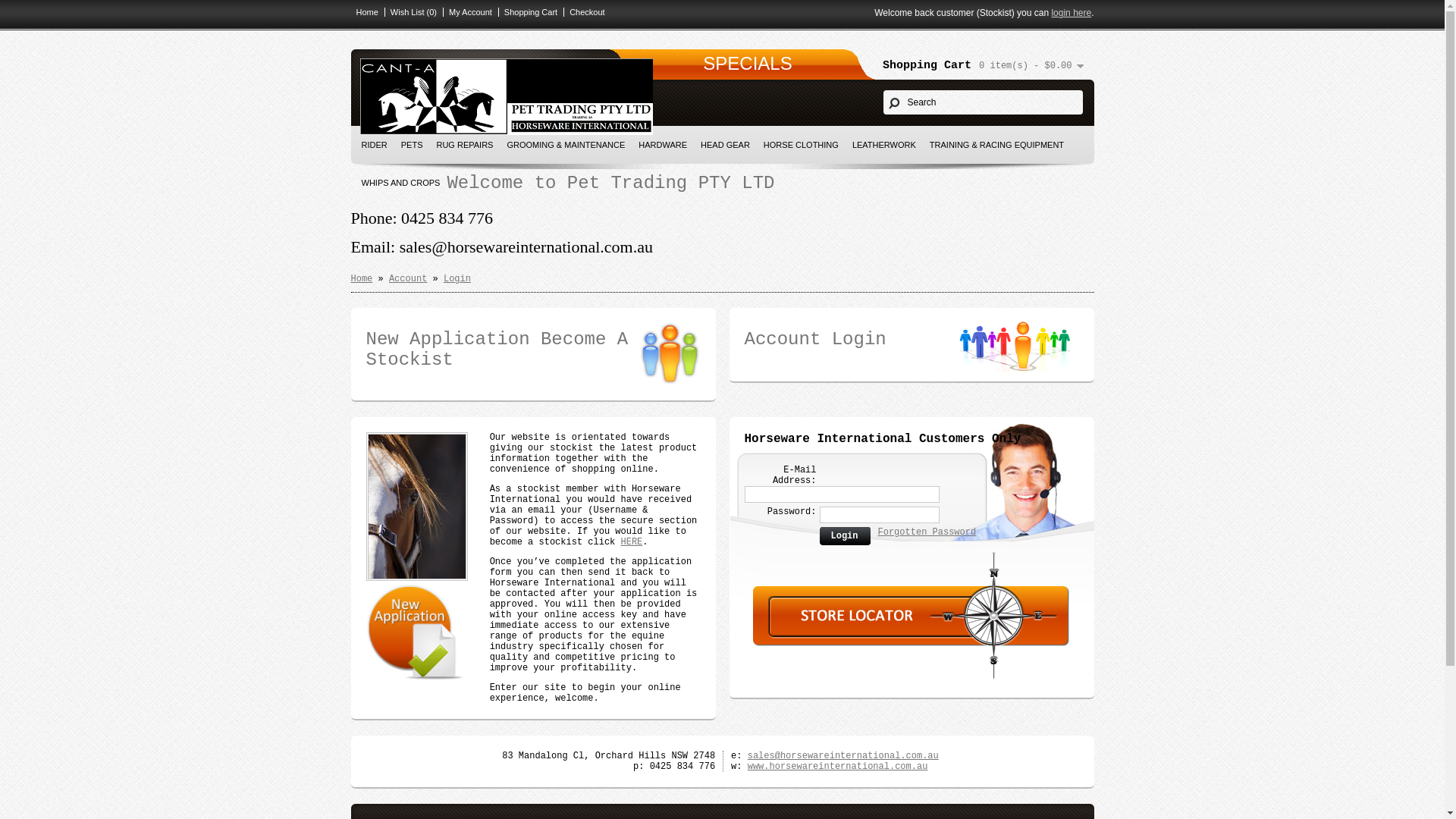  I want to click on 'My Account', so click(466, 11).